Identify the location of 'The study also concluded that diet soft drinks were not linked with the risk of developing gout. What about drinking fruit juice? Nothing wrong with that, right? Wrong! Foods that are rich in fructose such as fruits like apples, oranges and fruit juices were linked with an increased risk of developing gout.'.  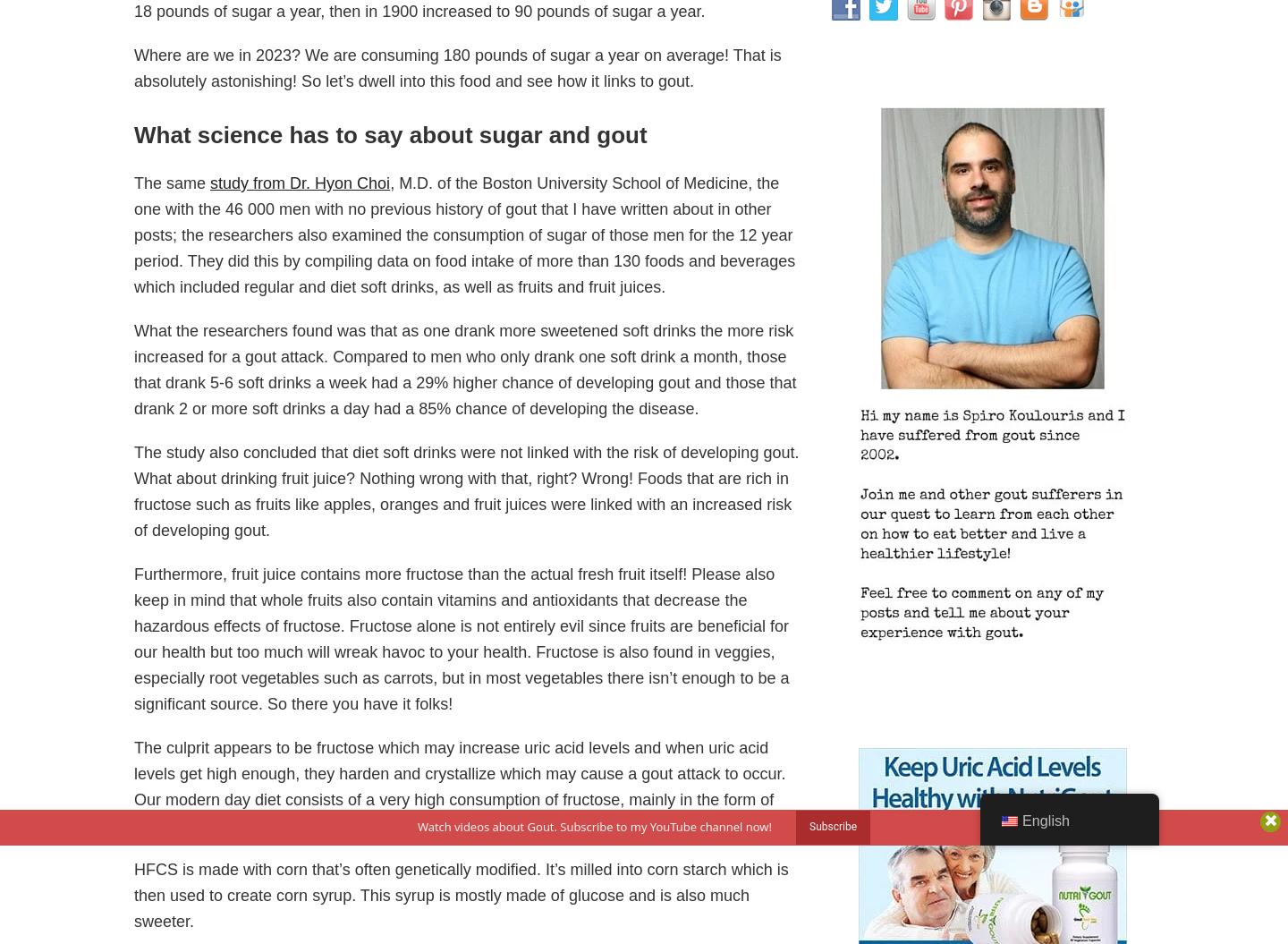
(465, 490).